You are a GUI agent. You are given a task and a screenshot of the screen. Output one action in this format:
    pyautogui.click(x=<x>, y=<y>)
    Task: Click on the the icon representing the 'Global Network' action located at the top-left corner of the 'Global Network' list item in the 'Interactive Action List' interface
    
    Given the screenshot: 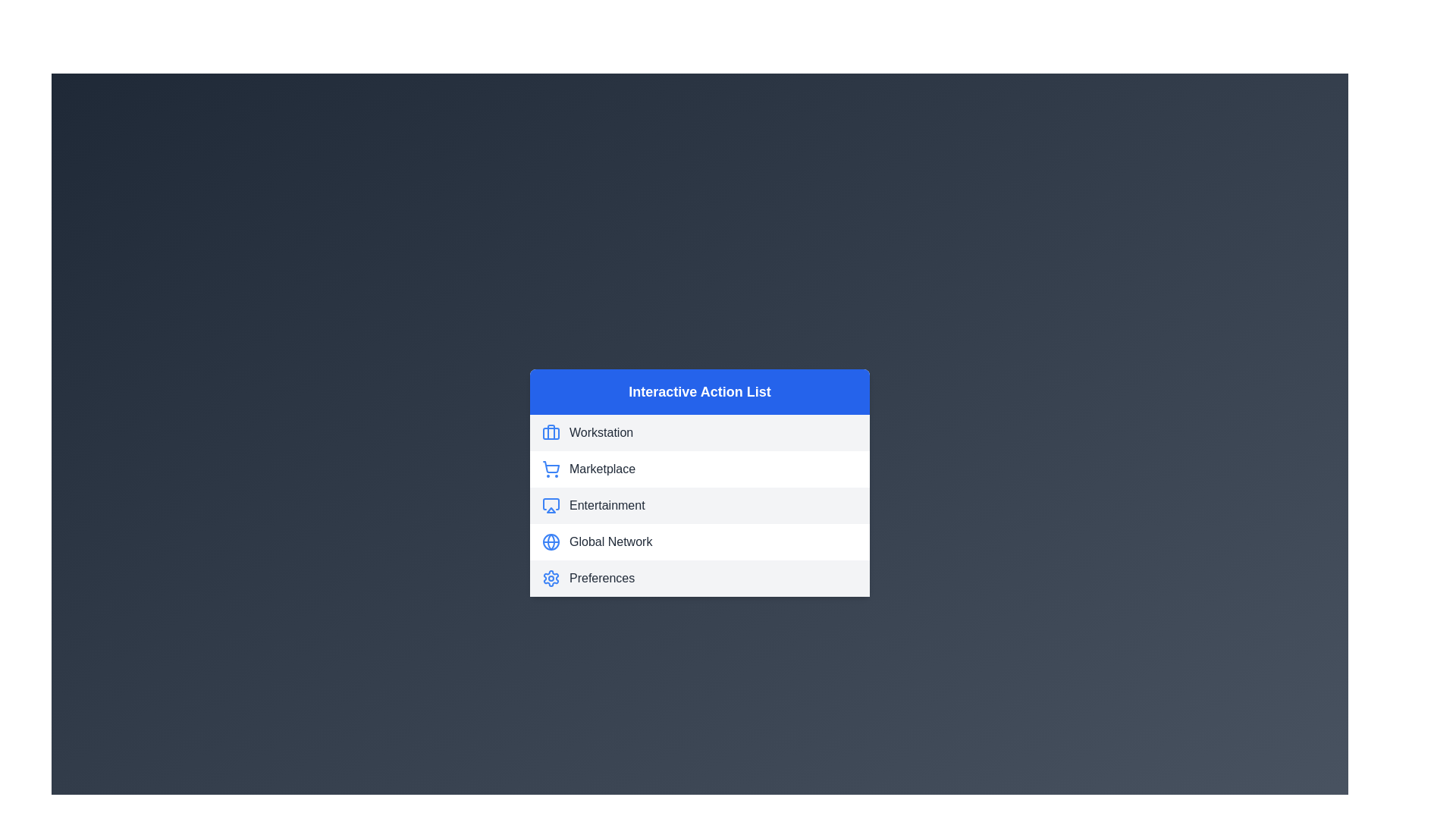 What is the action you would take?
    pyautogui.click(x=550, y=541)
    